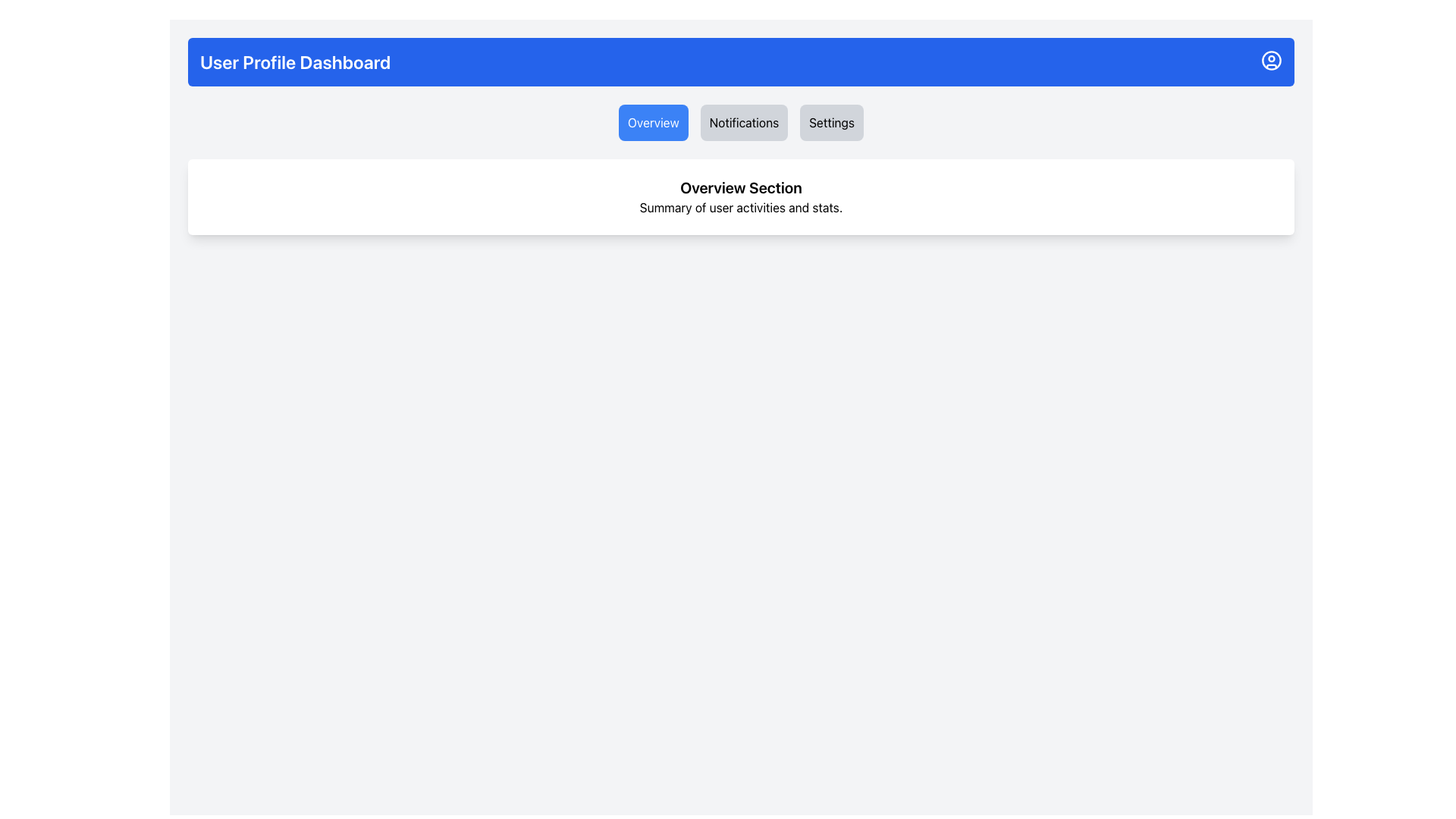 The image size is (1456, 819). I want to click on the user profile icon located at the top-right edge of the header bar, so click(1271, 60).